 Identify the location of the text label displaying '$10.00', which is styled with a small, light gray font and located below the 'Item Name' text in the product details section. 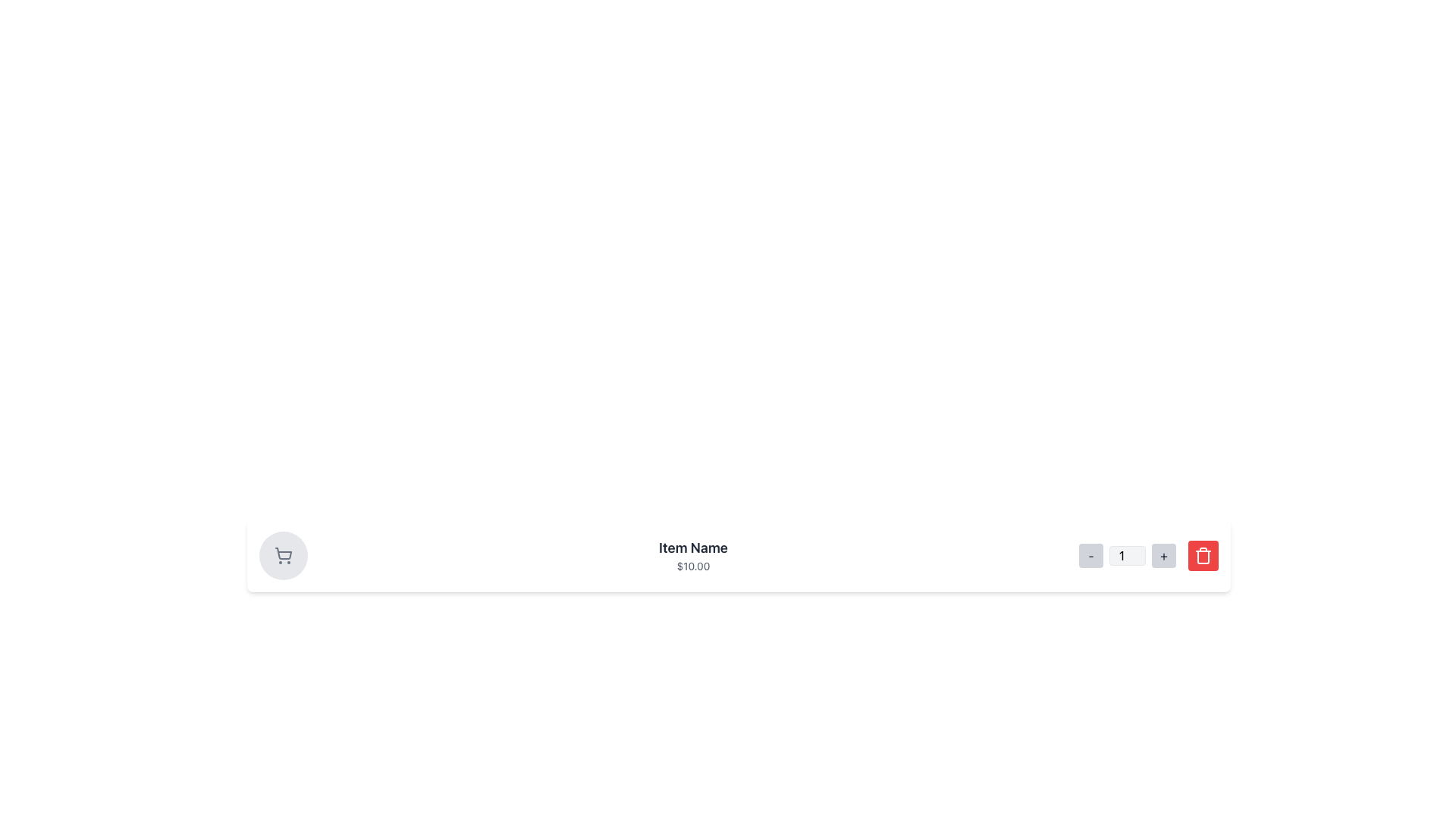
(692, 566).